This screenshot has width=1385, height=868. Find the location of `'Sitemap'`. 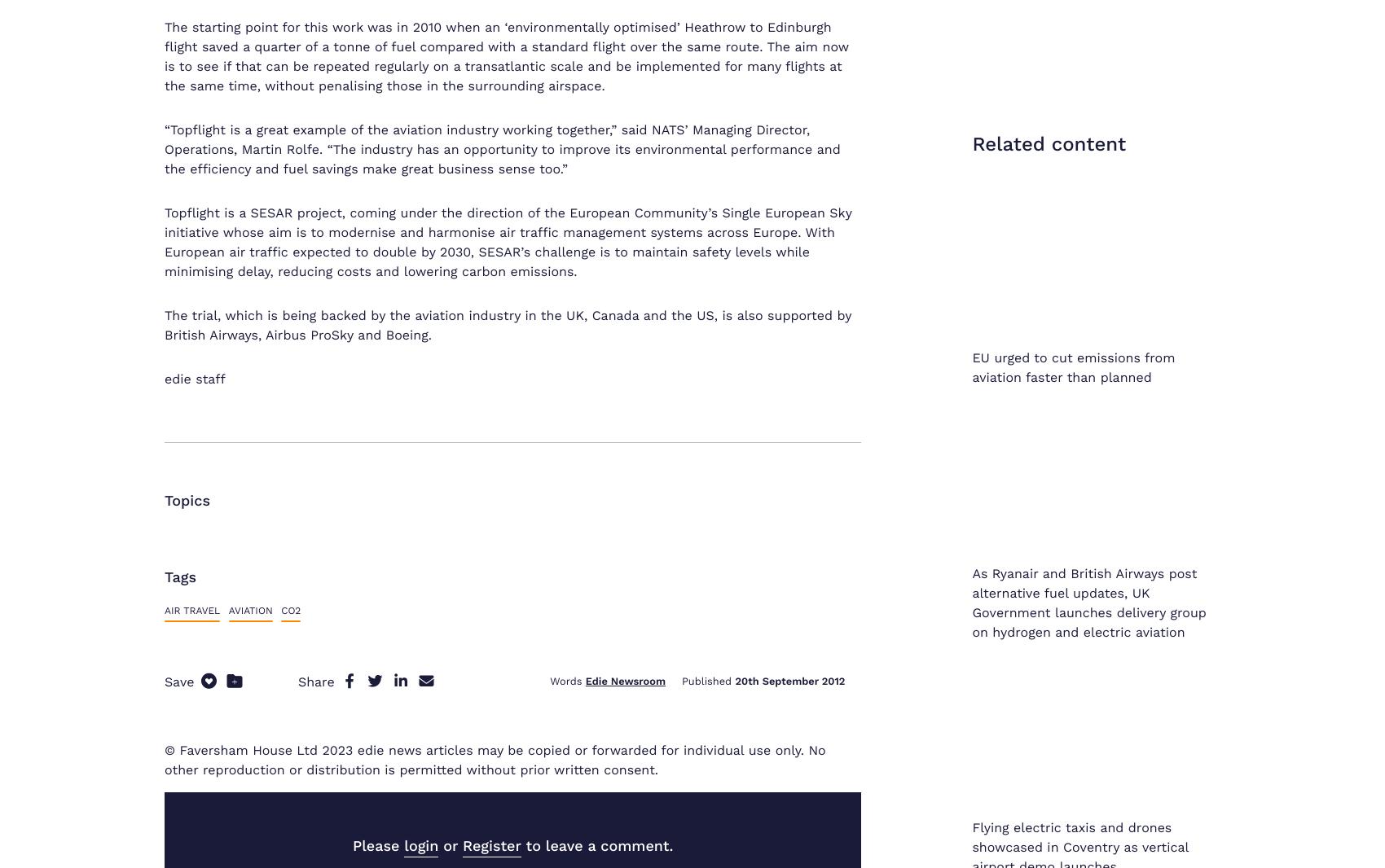

'Sitemap' is located at coordinates (190, 612).